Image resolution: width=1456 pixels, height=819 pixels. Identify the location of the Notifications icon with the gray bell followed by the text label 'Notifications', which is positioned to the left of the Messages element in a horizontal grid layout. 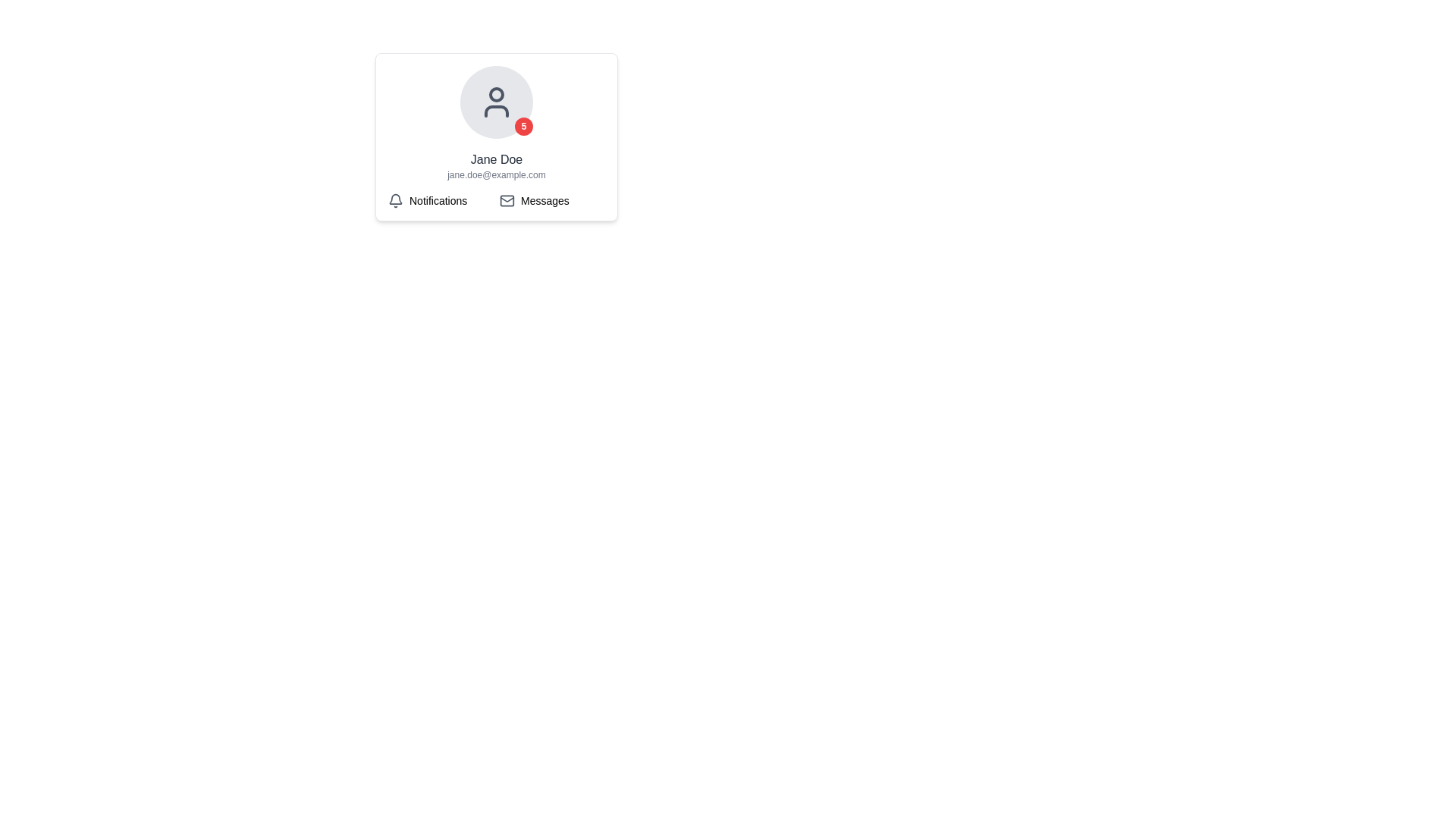
(440, 200).